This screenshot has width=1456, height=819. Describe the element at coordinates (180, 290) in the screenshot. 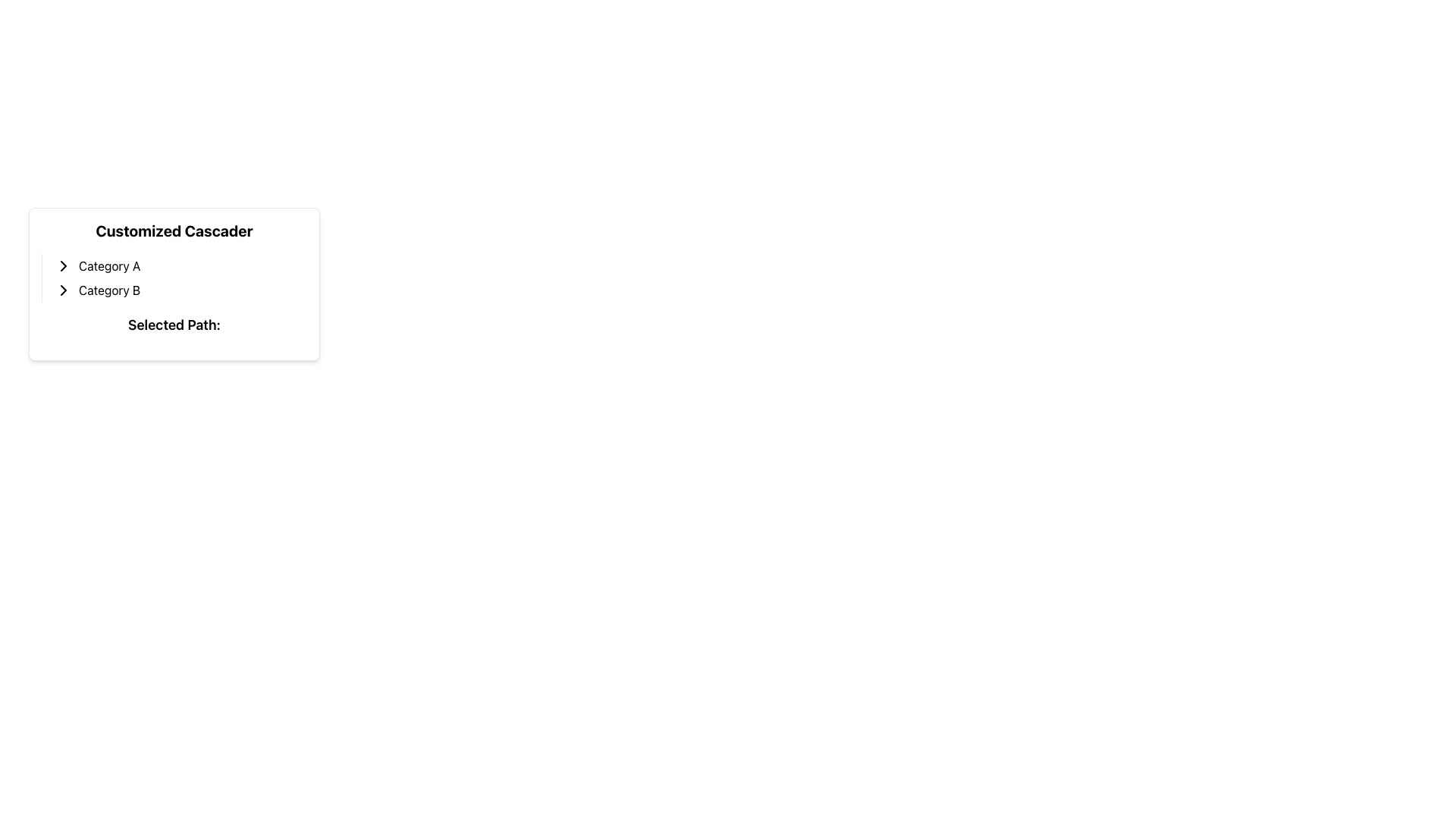

I see `the second clickable option under 'Category A'` at that location.